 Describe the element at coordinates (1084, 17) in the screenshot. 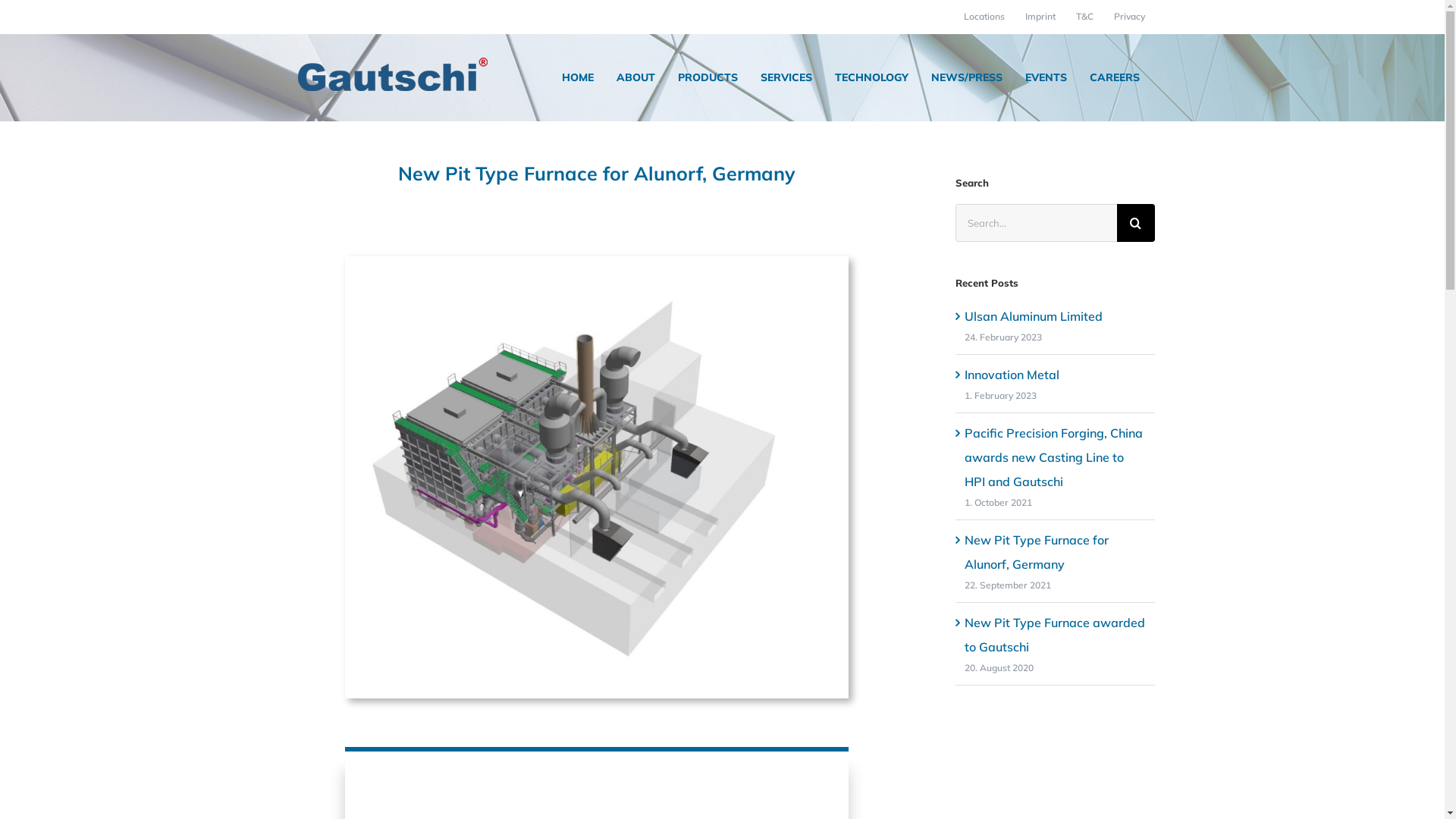

I see `'T&C'` at that location.